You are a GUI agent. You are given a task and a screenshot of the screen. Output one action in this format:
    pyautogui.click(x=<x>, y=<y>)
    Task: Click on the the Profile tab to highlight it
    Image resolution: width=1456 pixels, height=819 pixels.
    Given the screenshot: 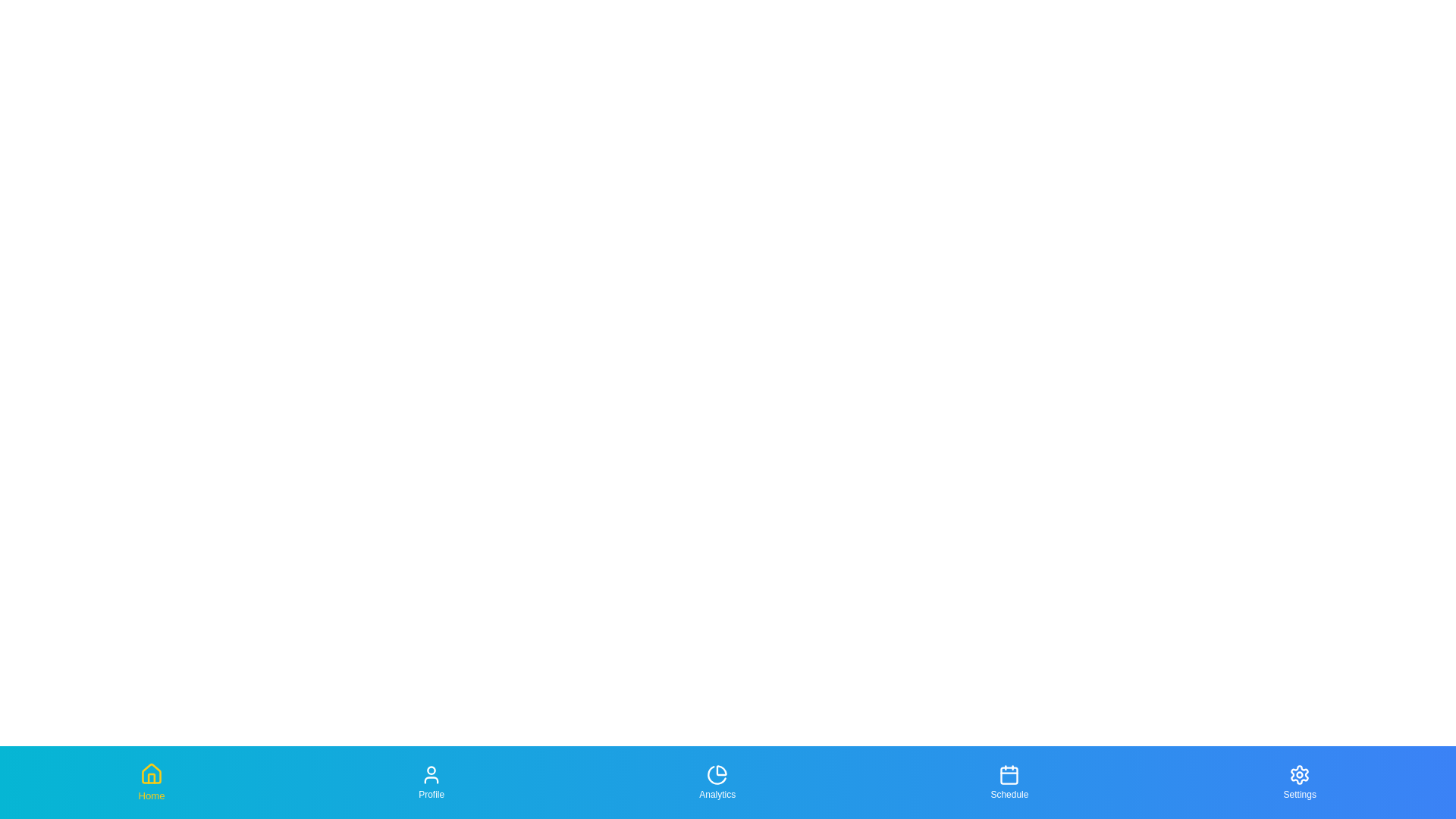 What is the action you would take?
    pyautogui.click(x=431, y=783)
    